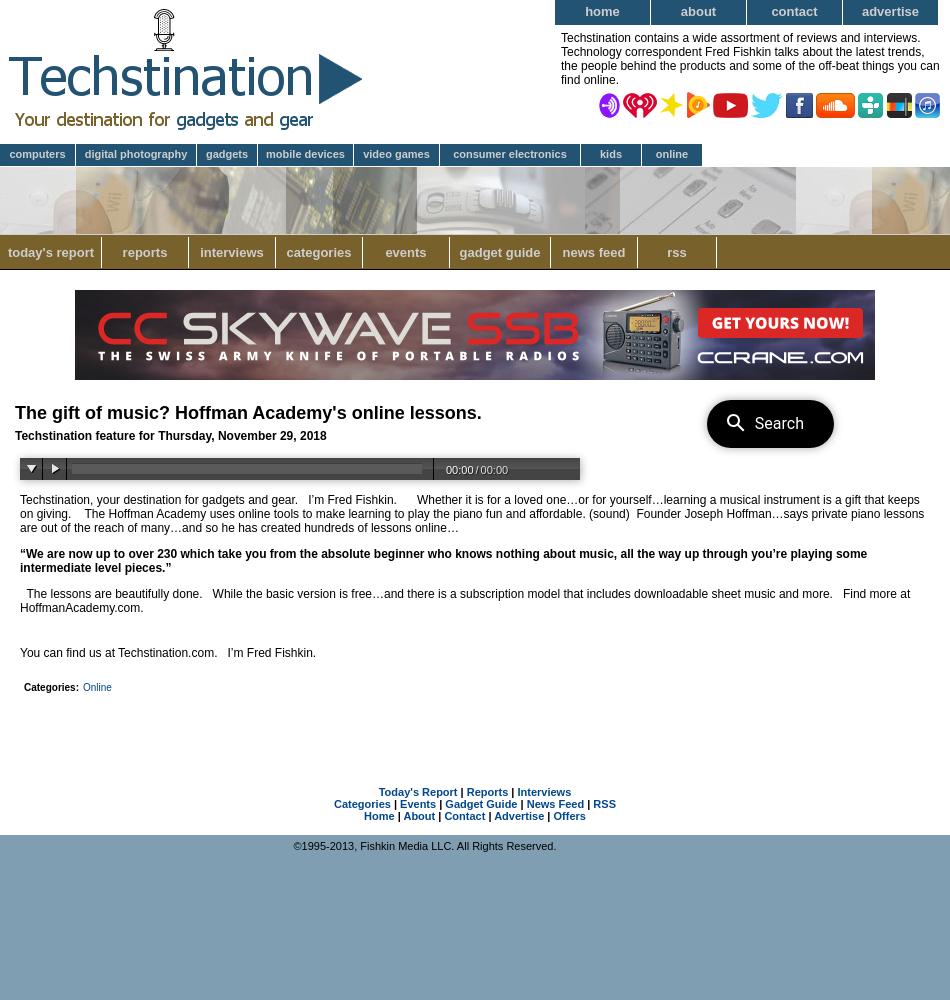 This screenshot has height=1000, width=950. I want to click on 'Home', so click(363, 815).